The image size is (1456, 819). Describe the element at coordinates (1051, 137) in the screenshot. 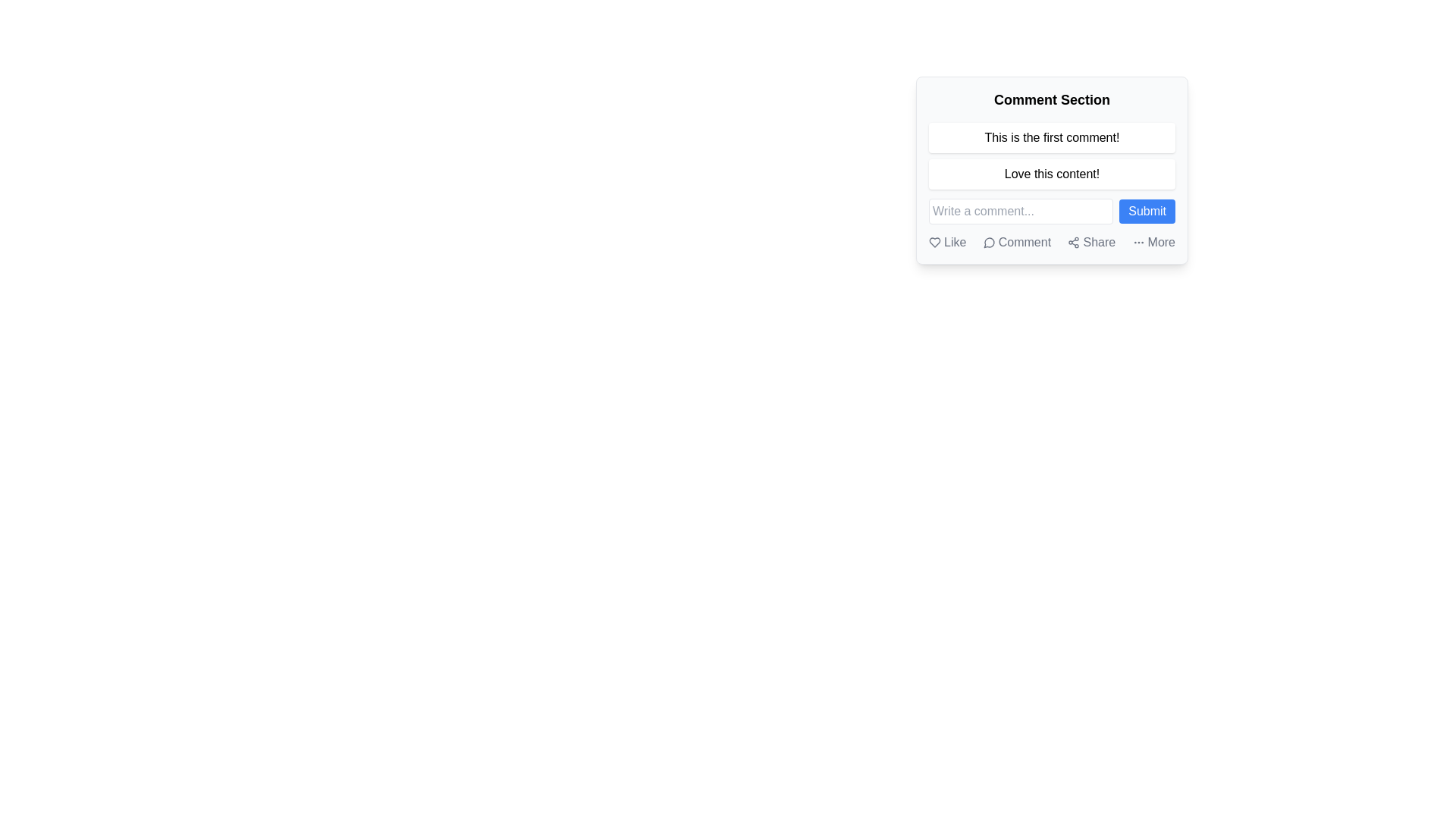

I see `displayed text of the first comment in the 'Comment Section' located just above the 'Love this content!' text` at that location.